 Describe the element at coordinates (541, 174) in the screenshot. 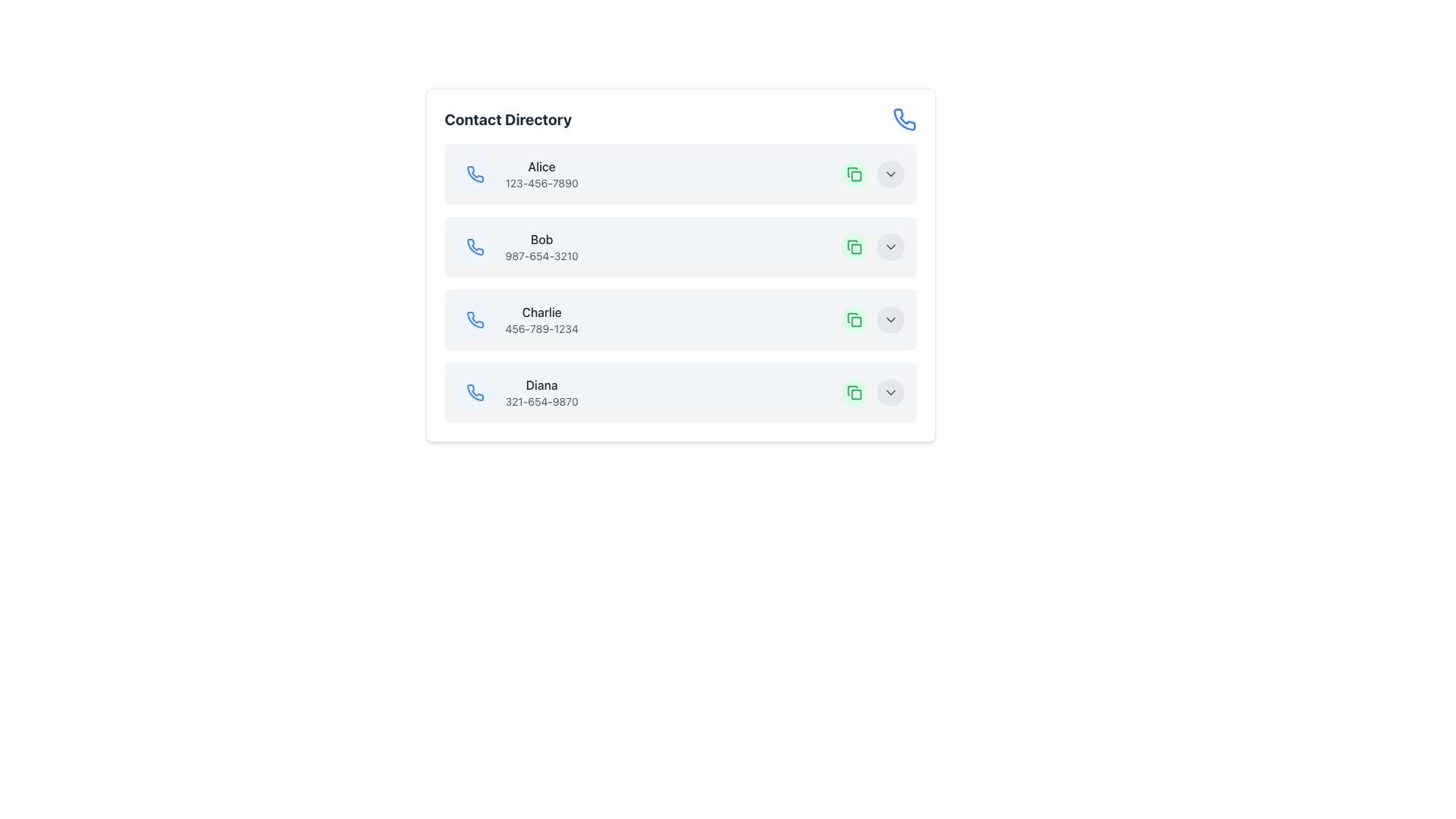

I see `the text display element showing the label 'Alice' and the phone number '123-456-7890', located at the right side of the topmost entry in a contact list` at that location.